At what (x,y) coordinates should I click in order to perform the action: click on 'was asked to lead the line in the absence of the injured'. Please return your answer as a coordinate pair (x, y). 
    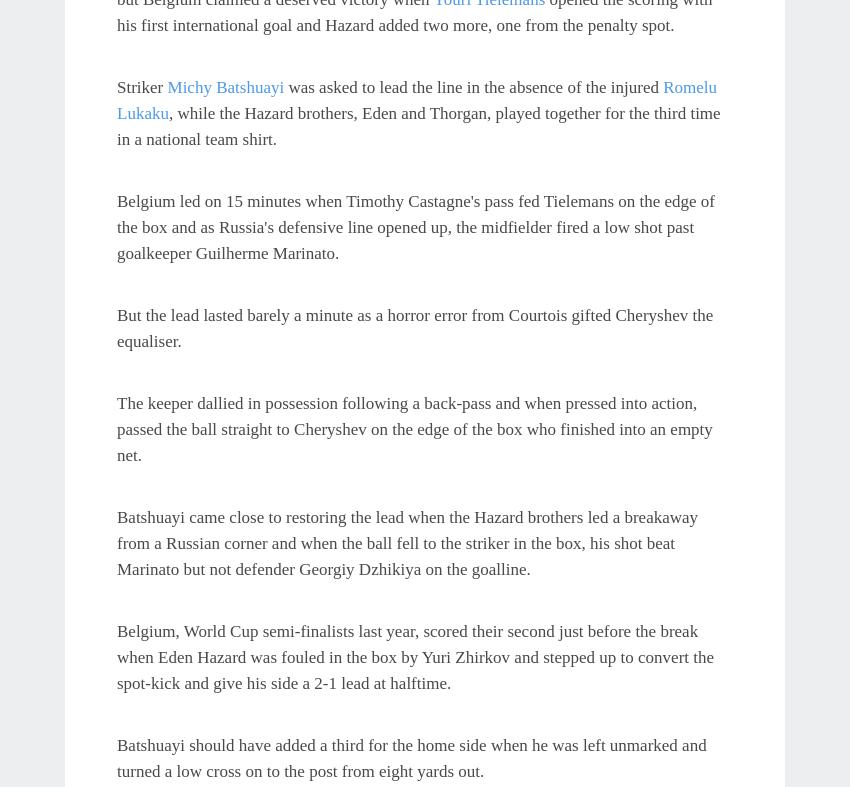
    Looking at the image, I should click on (473, 85).